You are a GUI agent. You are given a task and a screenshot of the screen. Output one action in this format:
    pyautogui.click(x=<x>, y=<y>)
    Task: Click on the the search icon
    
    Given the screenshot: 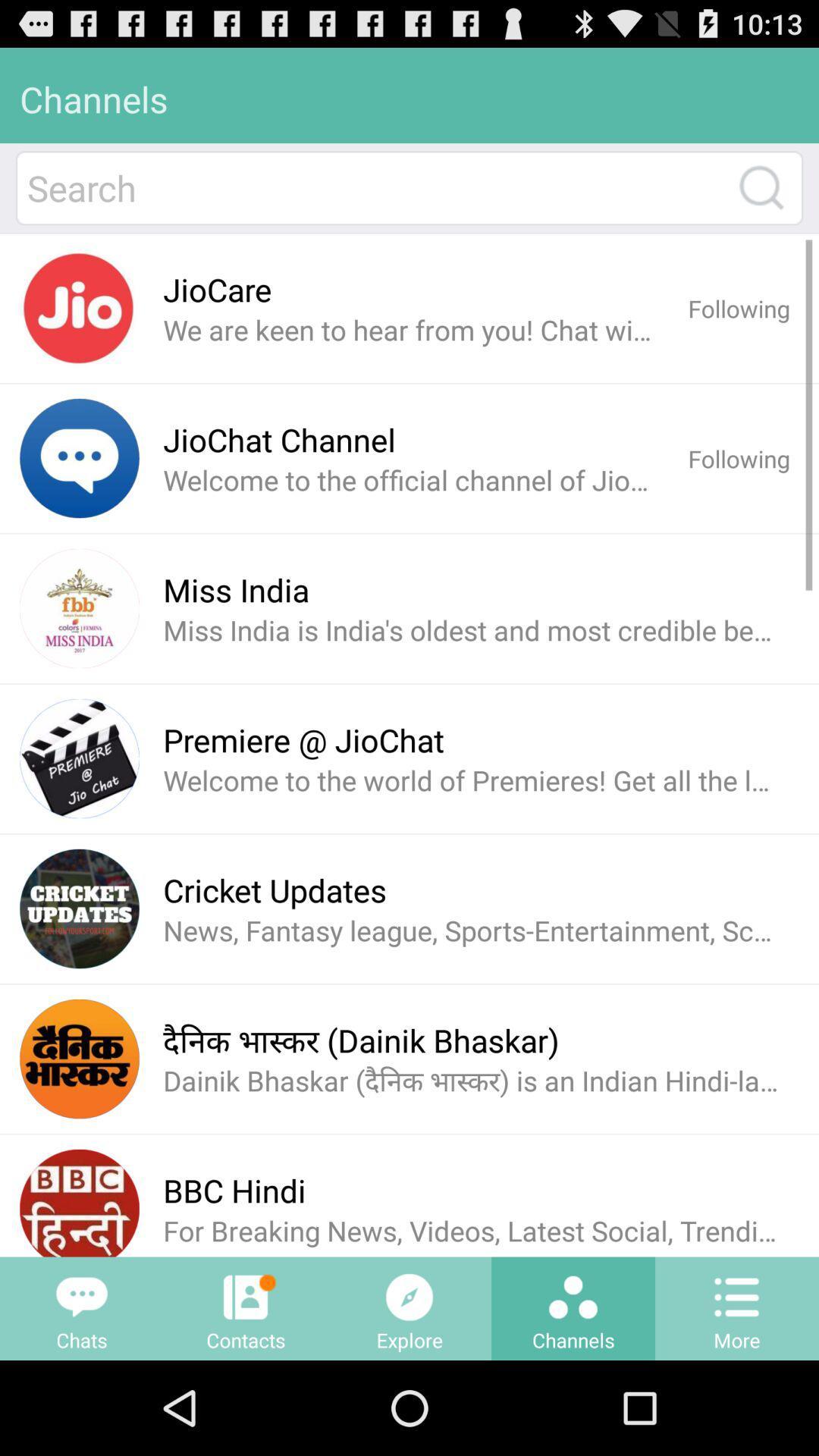 What is the action you would take?
    pyautogui.click(x=761, y=200)
    